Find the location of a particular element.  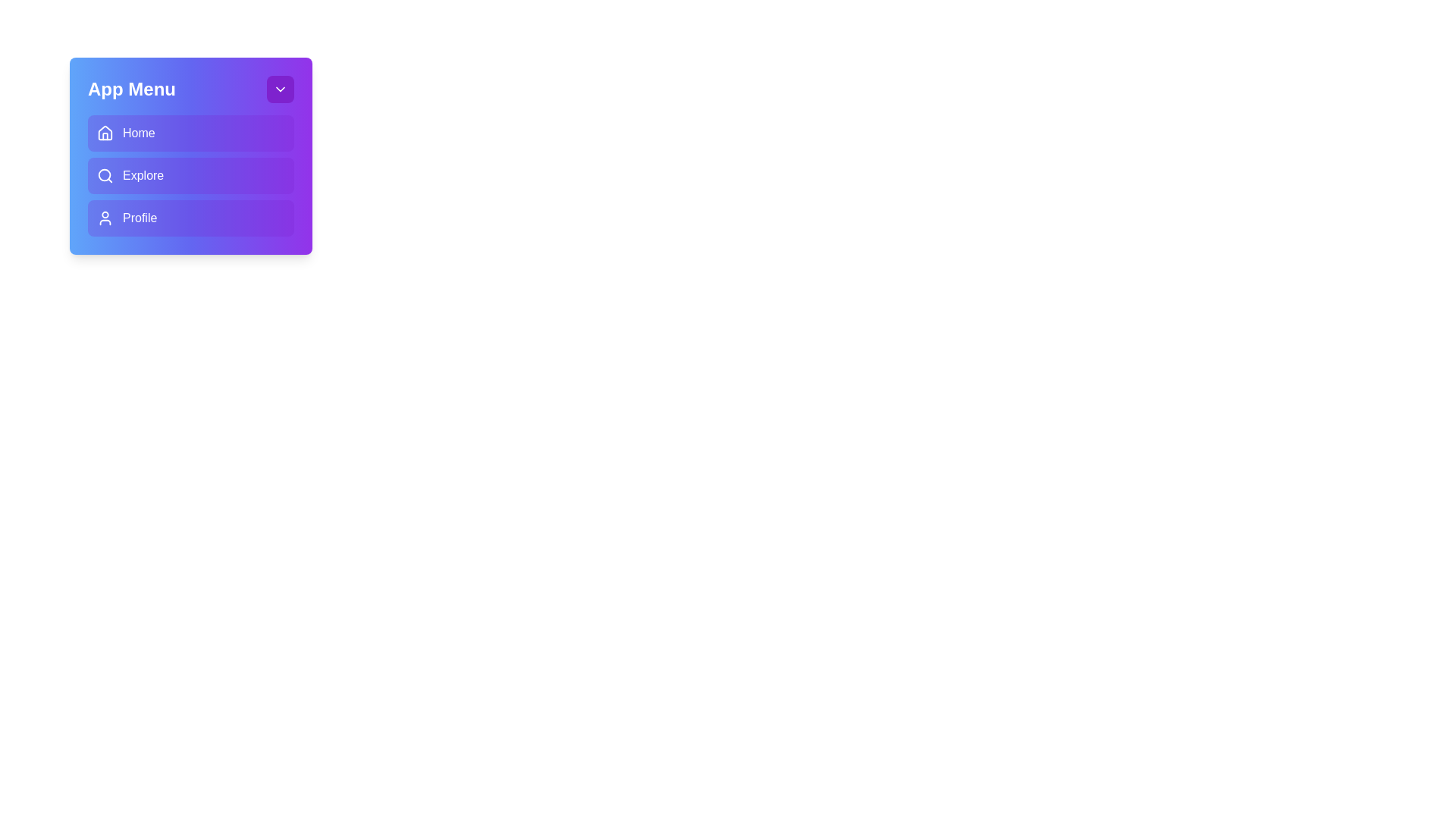

the home icon in the top row of the vertical menu list, which is the first interactive item labeled 'Home' is located at coordinates (105, 131).